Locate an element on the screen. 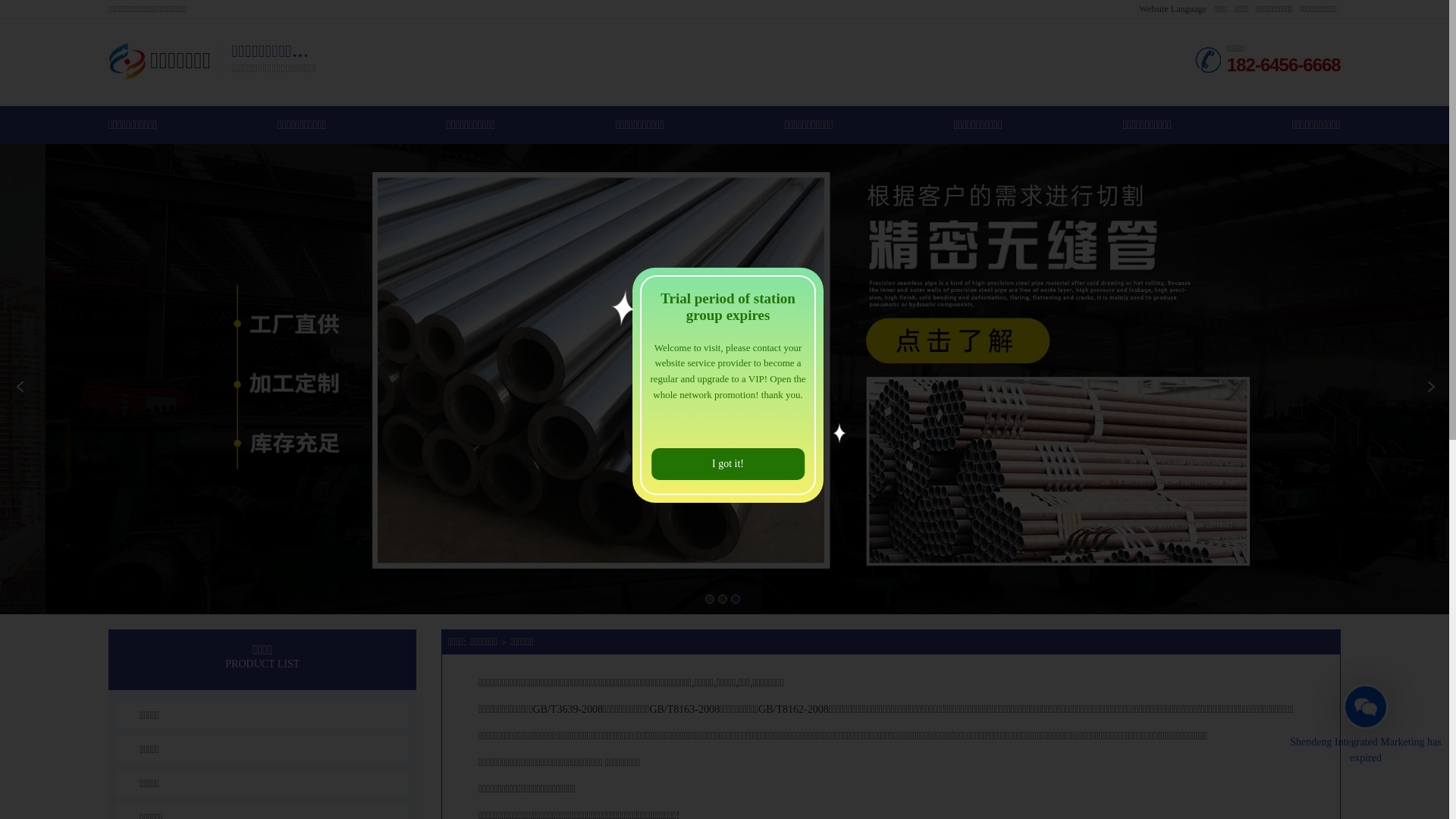 The width and height of the screenshot is (1456, 819). 'I got it!' is located at coordinates (728, 463).